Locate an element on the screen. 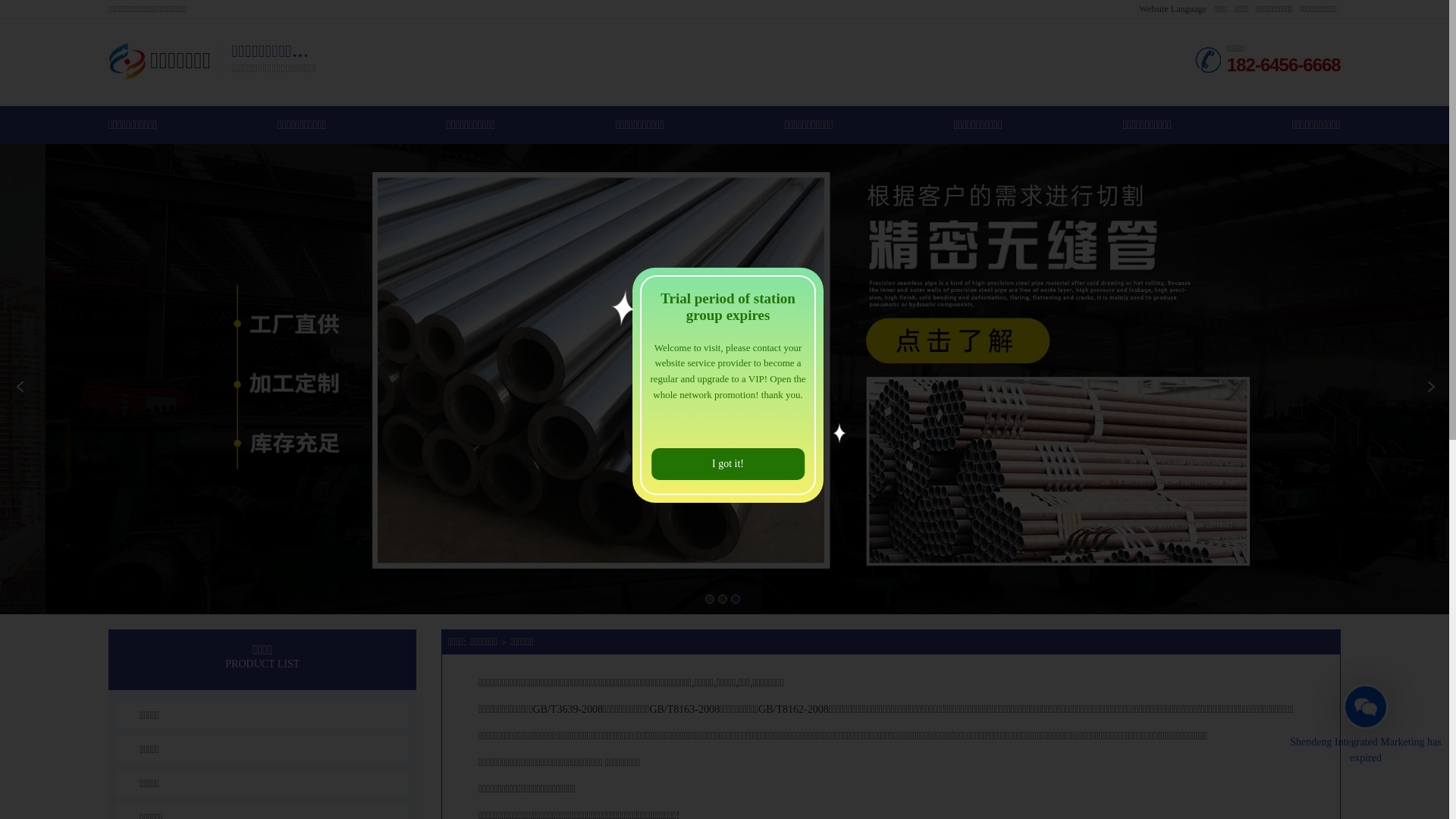 The width and height of the screenshot is (1456, 819). 'I got it!' is located at coordinates (728, 463).